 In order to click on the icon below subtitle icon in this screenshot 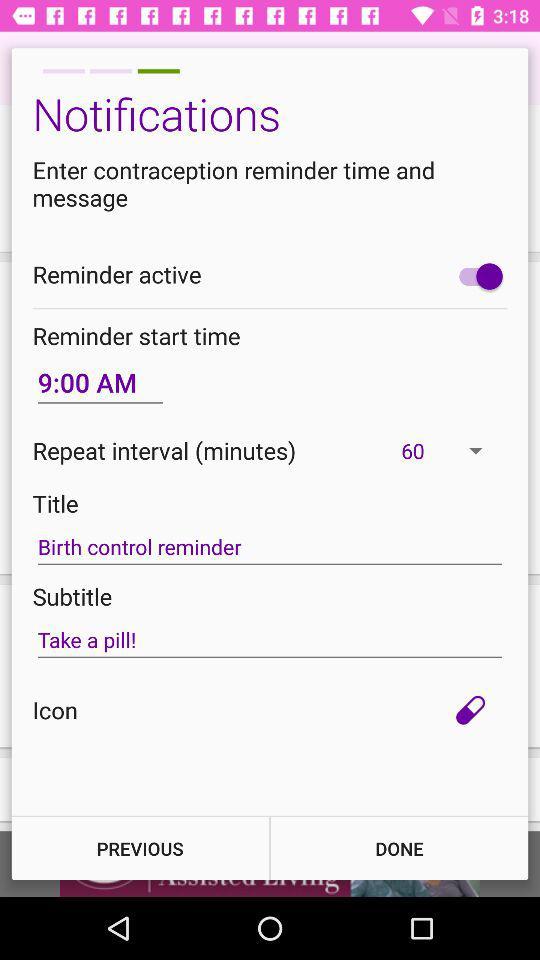, I will do `click(270, 639)`.